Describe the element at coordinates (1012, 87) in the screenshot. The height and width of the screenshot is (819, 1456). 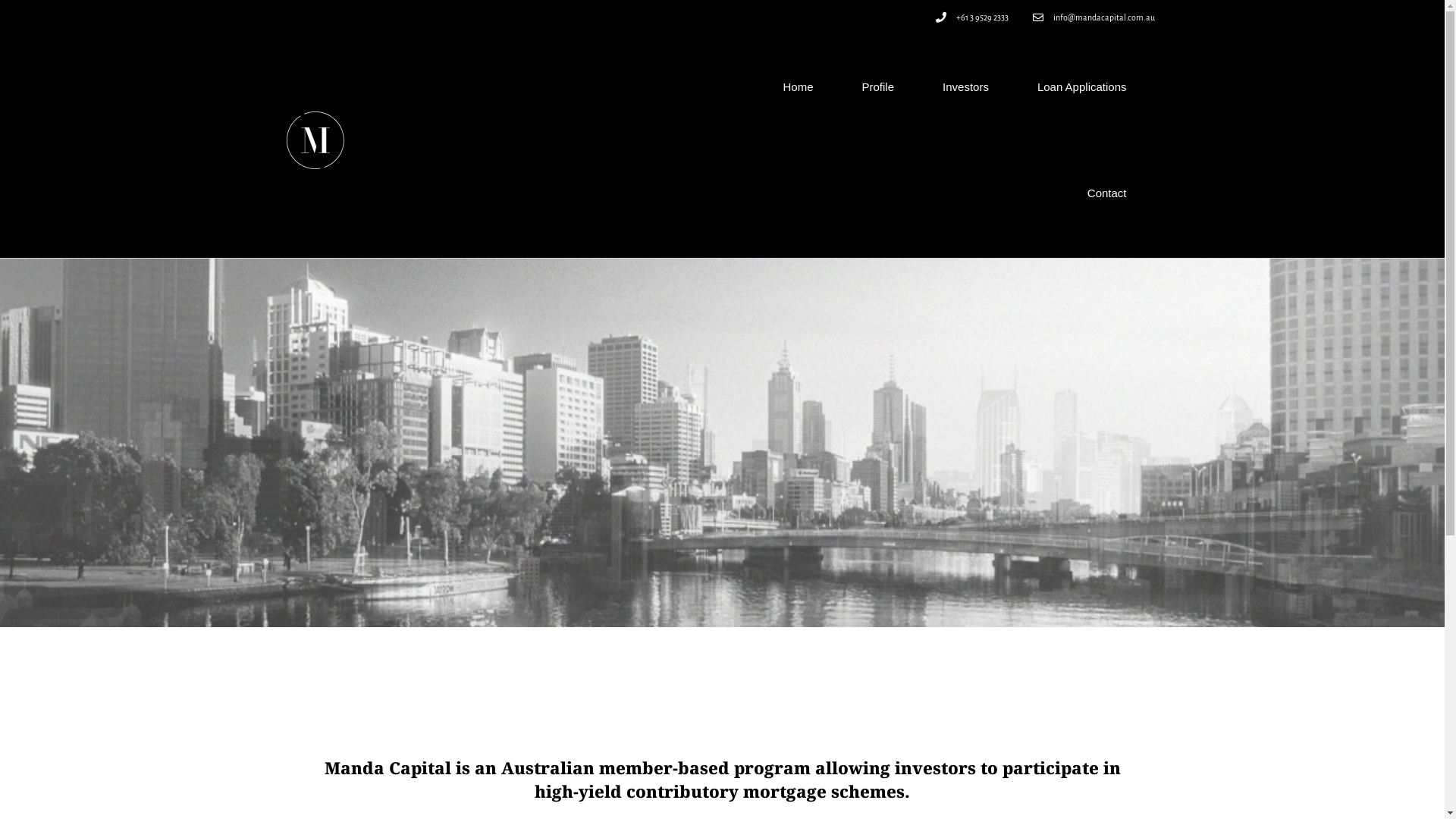
I see `'Loan Applications'` at that location.